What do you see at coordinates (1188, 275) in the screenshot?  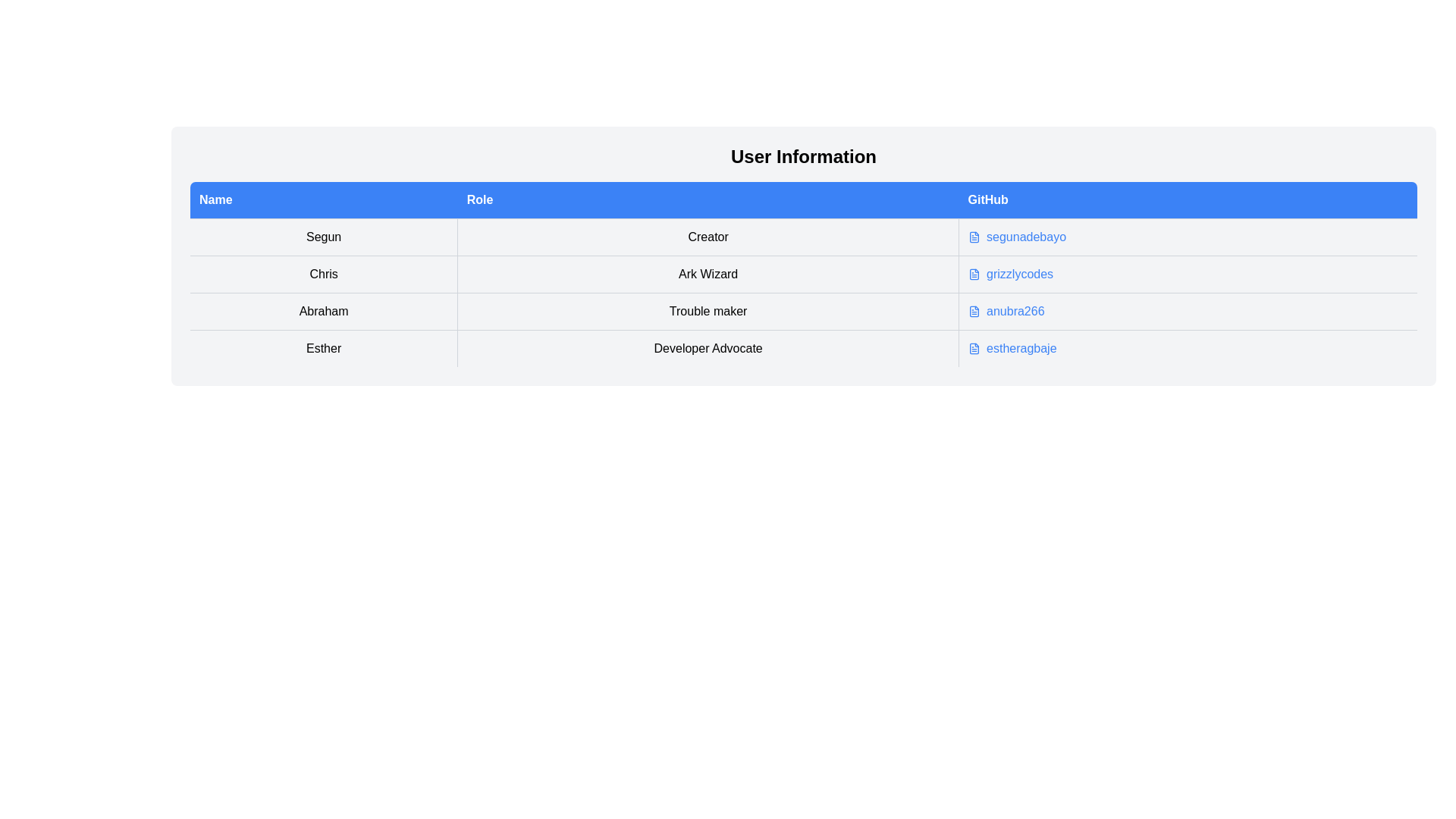 I see `the hyperlink labeled 'grizzlycodes' in the 'GitHub' column of the table under the row labeled 'Ark Wizard'` at bounding box center [1188, 275].